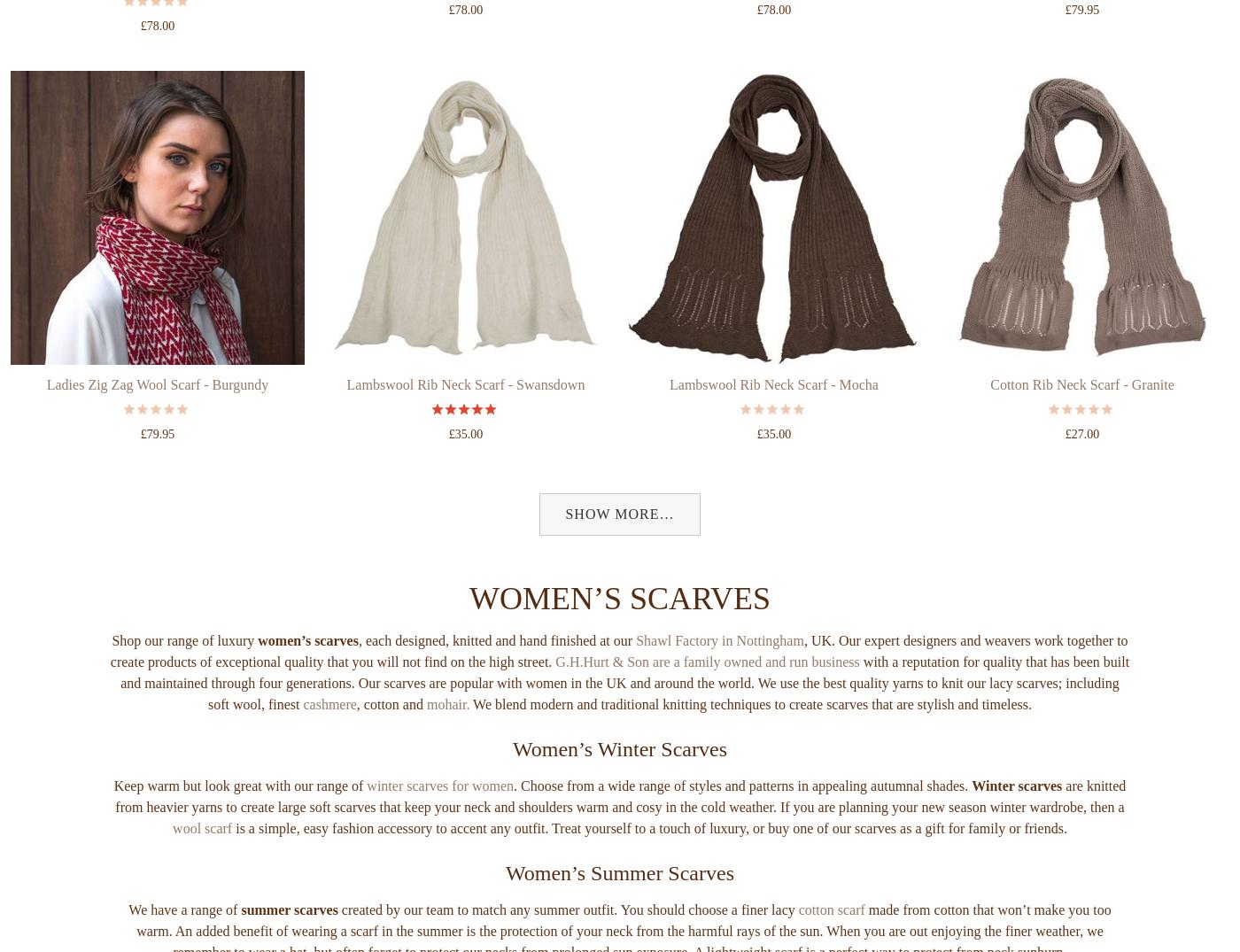 Image resolution: width=1240 pixels, height=952 pixels. Describe the element at coordinates (115, 863) in the screenshot. I see `'are knitted from heavier yarns to create large soft scarves that keep your neck and shoulders warm and cosy in the cold weather. If you are planning your new season winter wardrobe, then a'` at that location.